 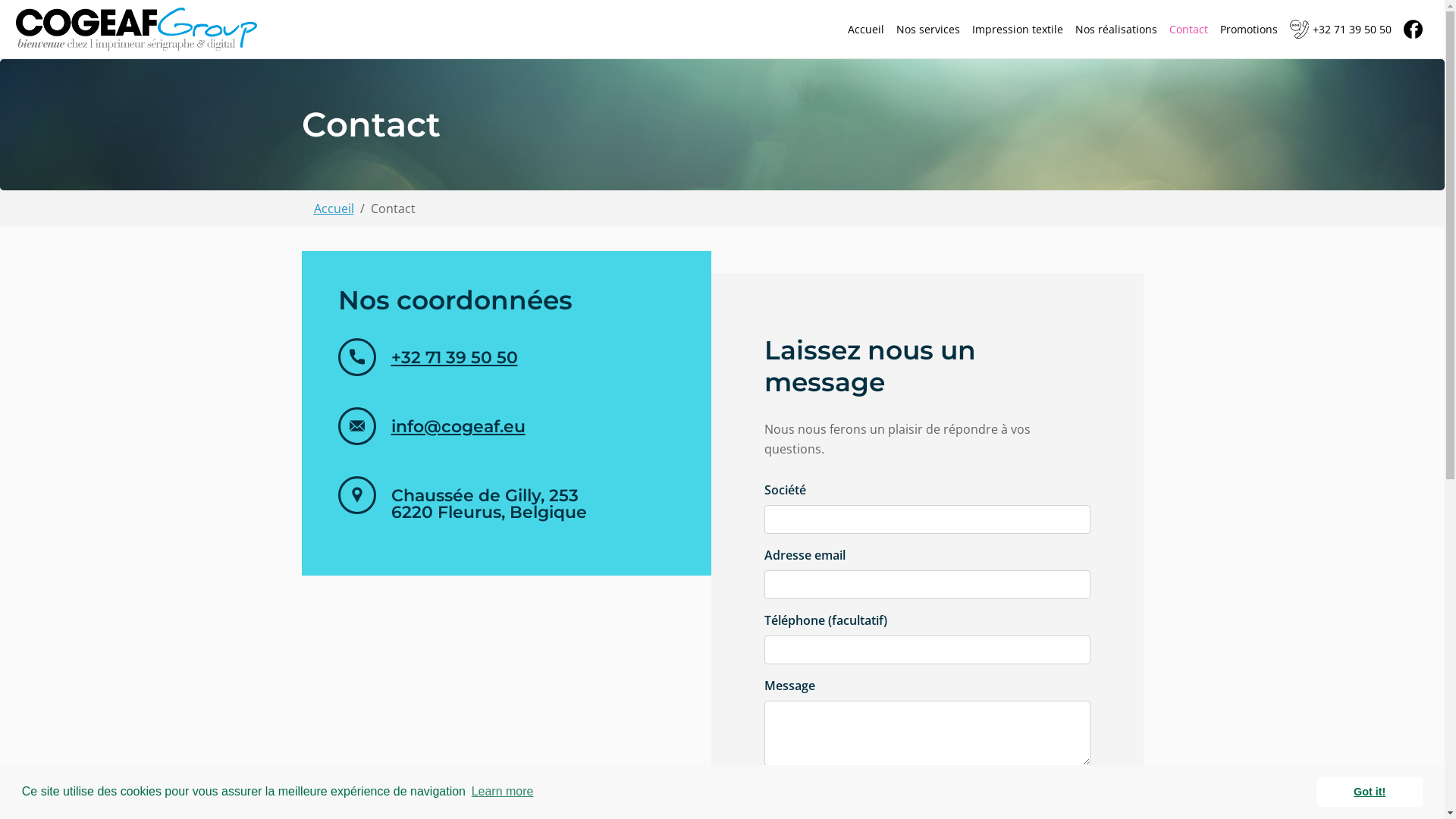 I want to click on 'Accueil', so click(x=333, y=207).